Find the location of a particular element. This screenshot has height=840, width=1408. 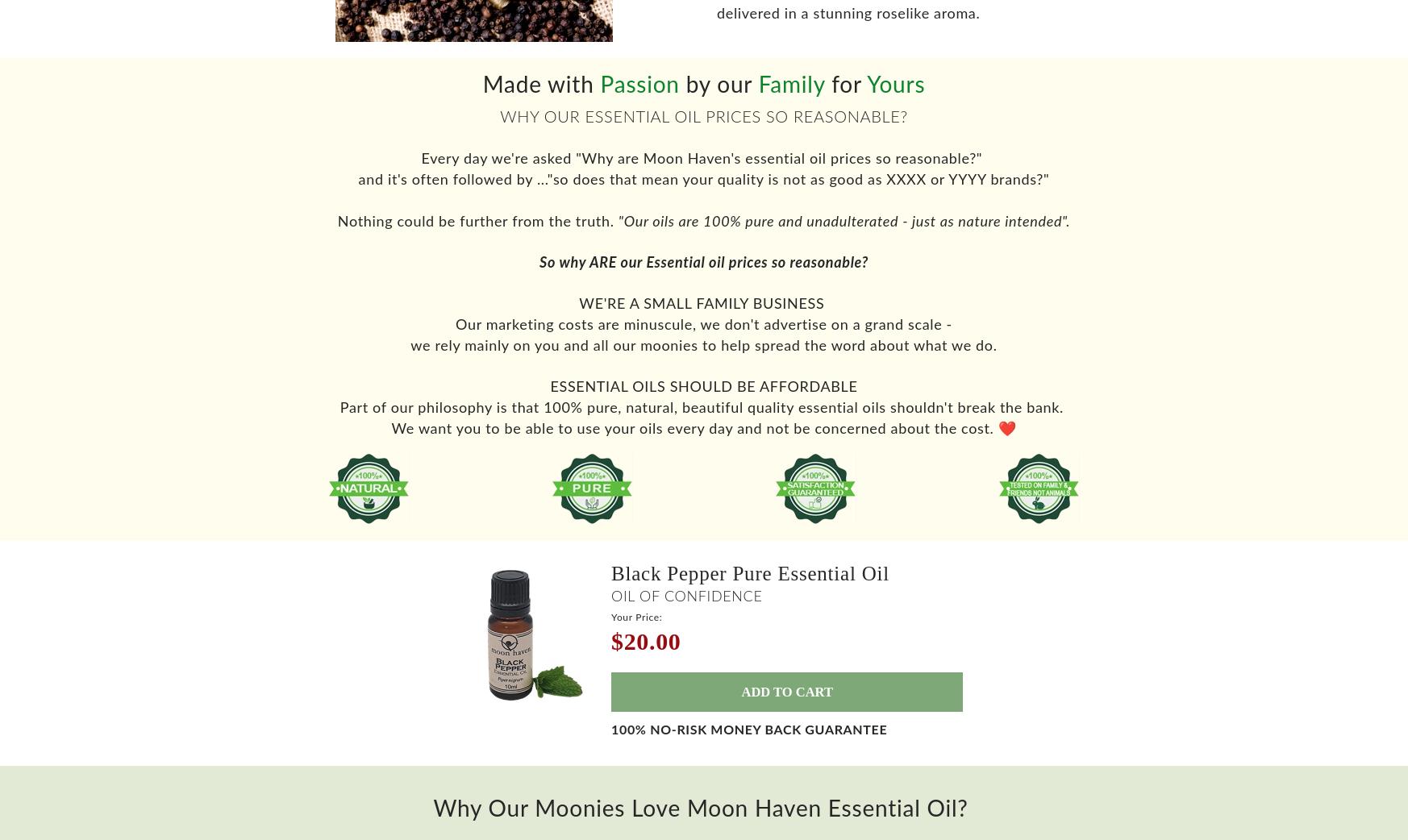

'Every day we're asked "Why are Moon Haven's essential oil prices so reasonable?"' is located at coordinates (703, 168).